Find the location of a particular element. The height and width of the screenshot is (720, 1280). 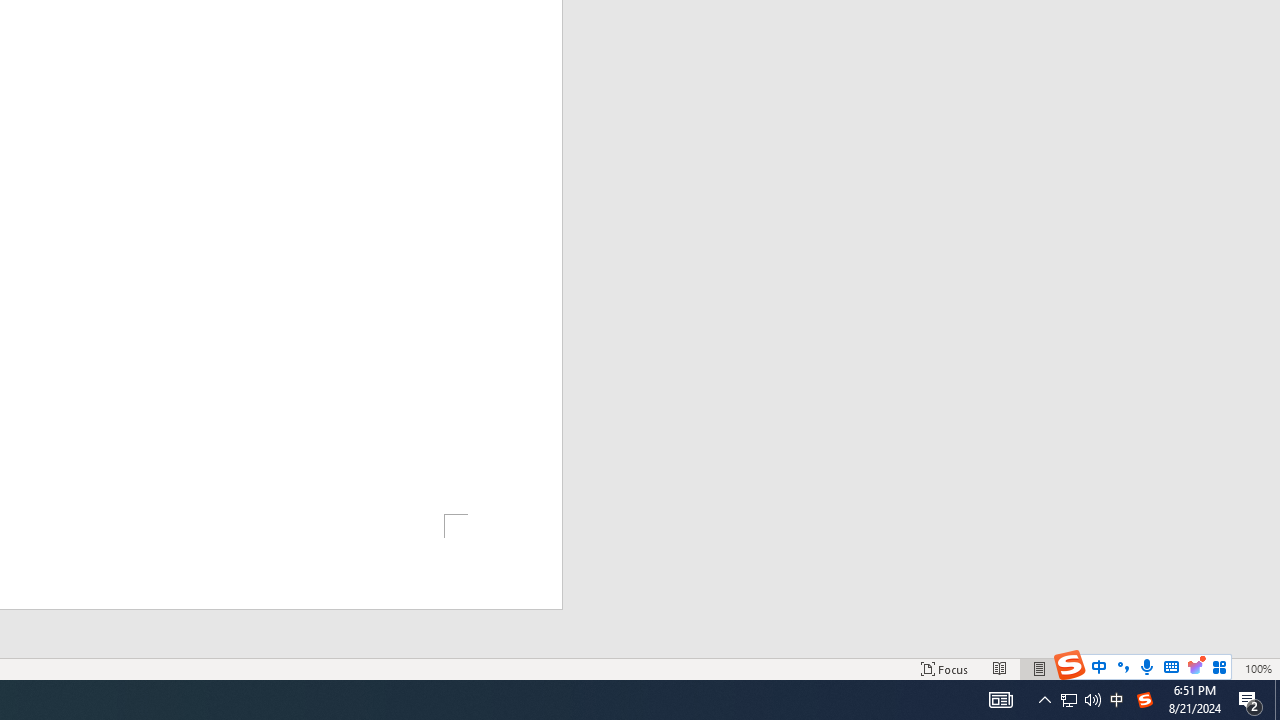

'Zoom 100%' is located at coordinates (1257, 669).